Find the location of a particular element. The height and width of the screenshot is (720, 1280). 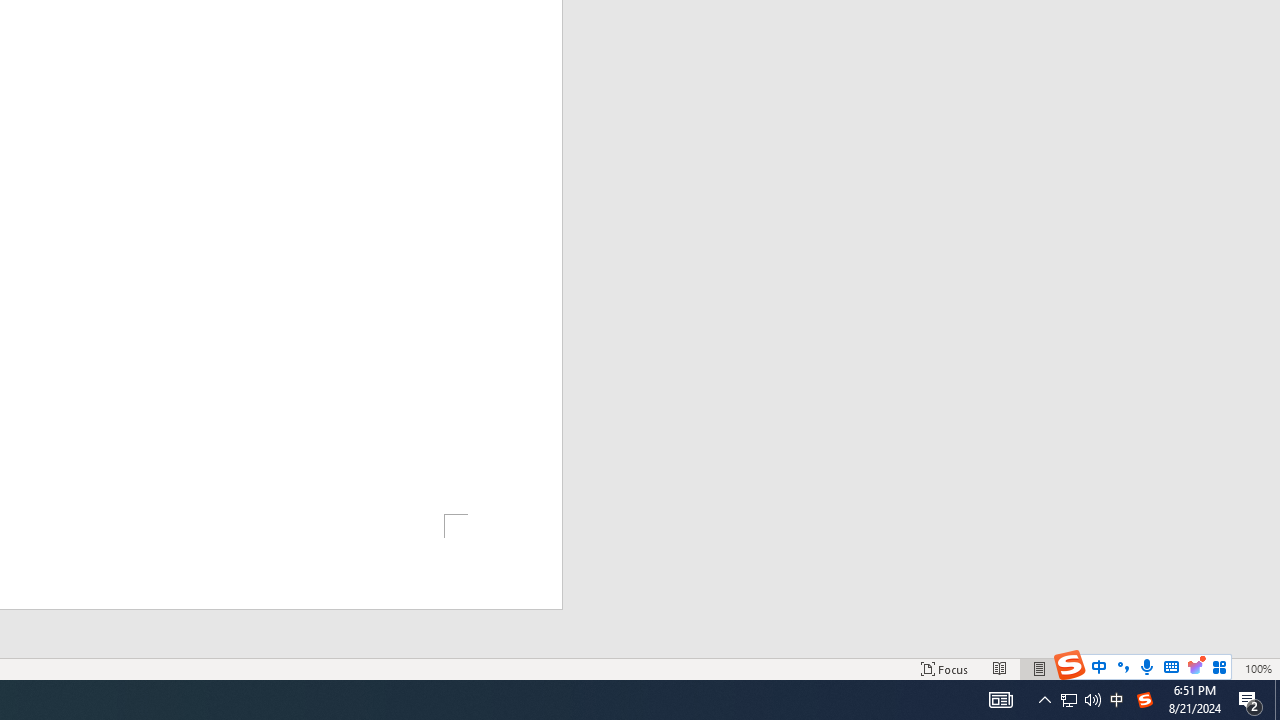

'Zoom 100%' is located at coordinates (1257, 669).